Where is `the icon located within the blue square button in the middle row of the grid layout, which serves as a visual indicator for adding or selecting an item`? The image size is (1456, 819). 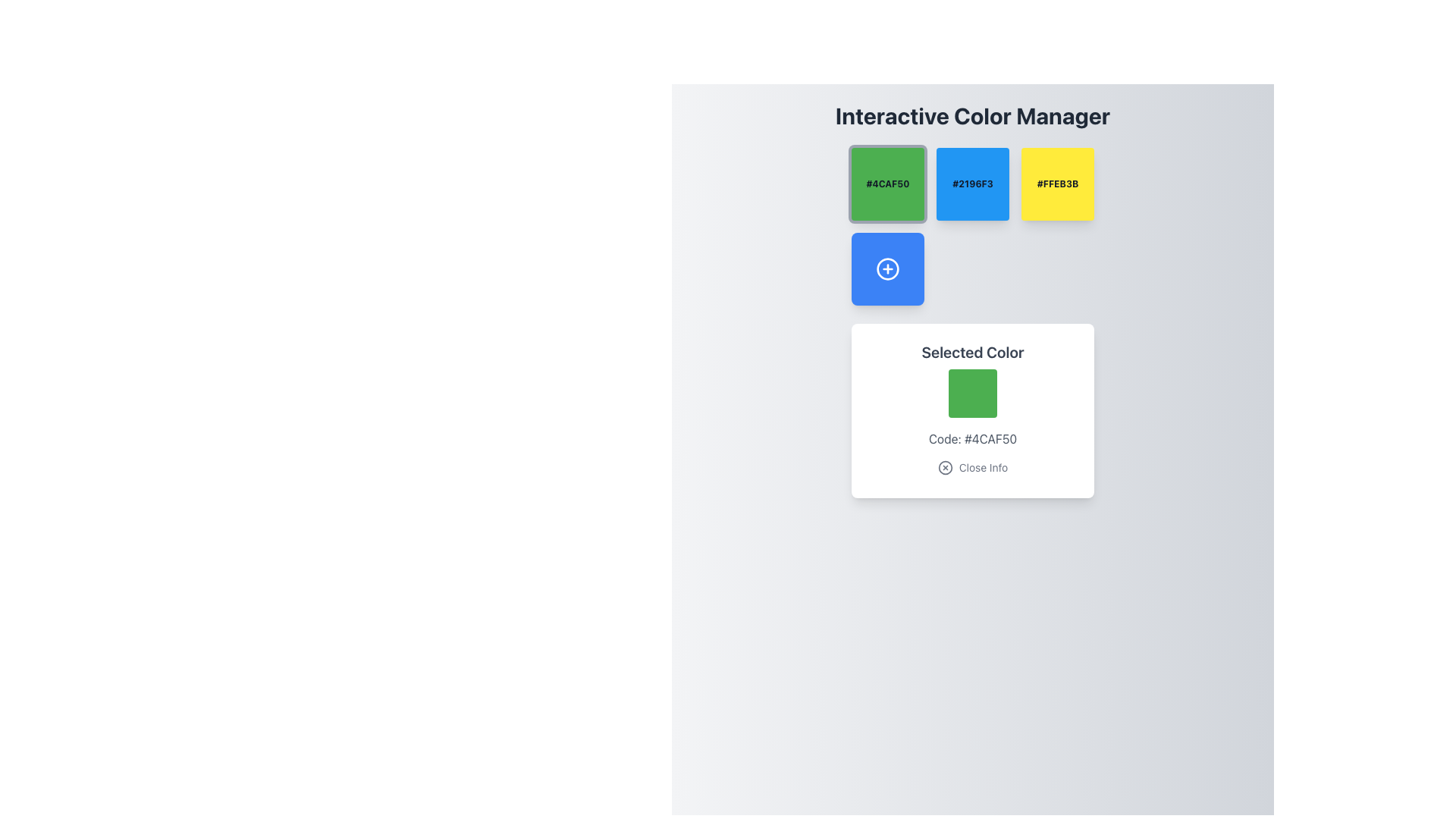 the icon located within the blue square button in the middle row of the grid layout, which serves as a visual indicator for adding or selecting an item is located at coordinates (888, 268).